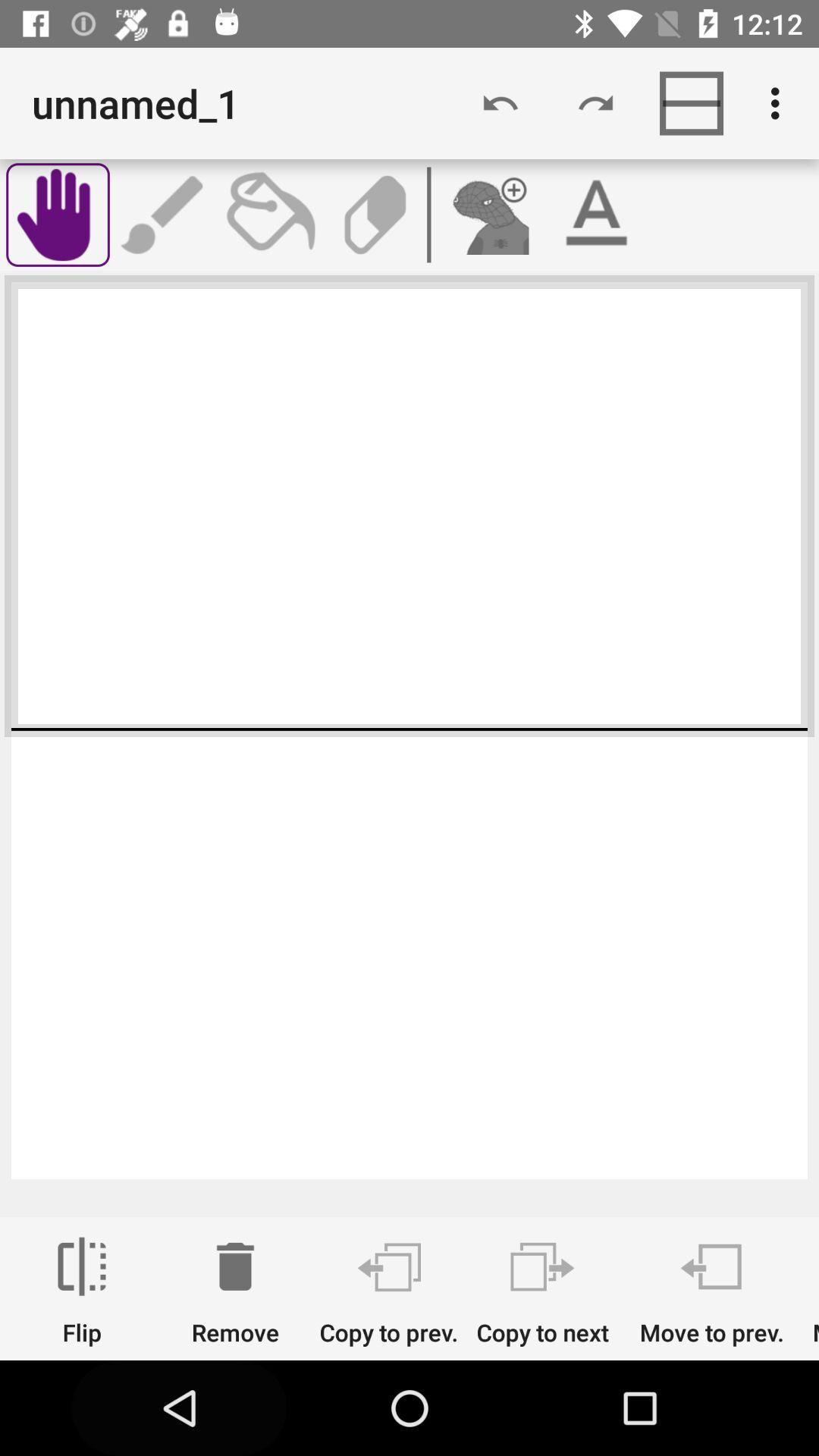 The width and height of the screenshot is (819, 1456). What do you see at coordinates (235, 1291) in the screenshot?
I see `remove item` at bounding box center [235, 1291].